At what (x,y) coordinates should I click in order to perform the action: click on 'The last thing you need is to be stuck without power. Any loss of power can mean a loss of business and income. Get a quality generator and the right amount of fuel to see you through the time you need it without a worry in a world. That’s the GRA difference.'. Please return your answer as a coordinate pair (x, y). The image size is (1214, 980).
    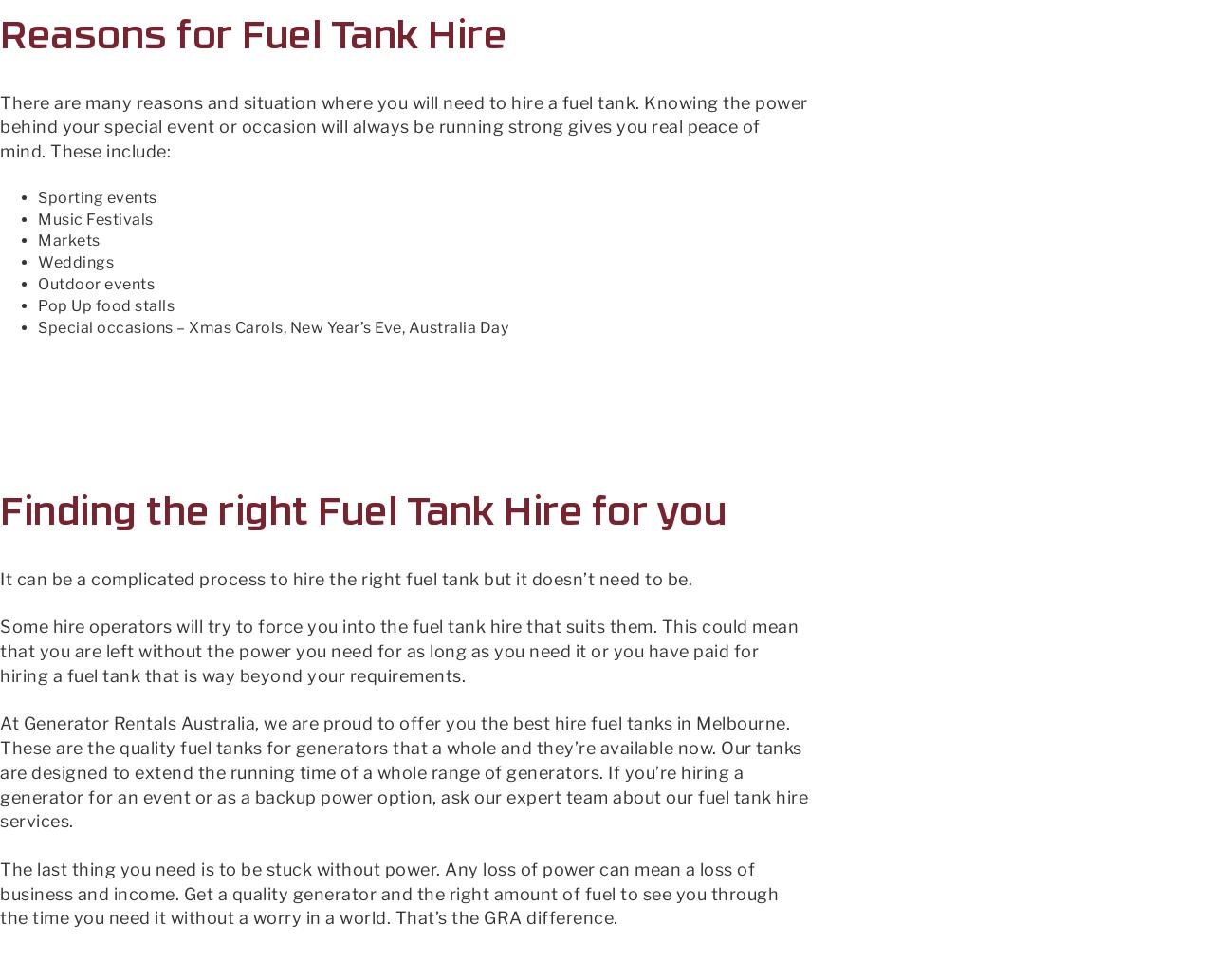
    Looking at the image, I should click on (388, 892).